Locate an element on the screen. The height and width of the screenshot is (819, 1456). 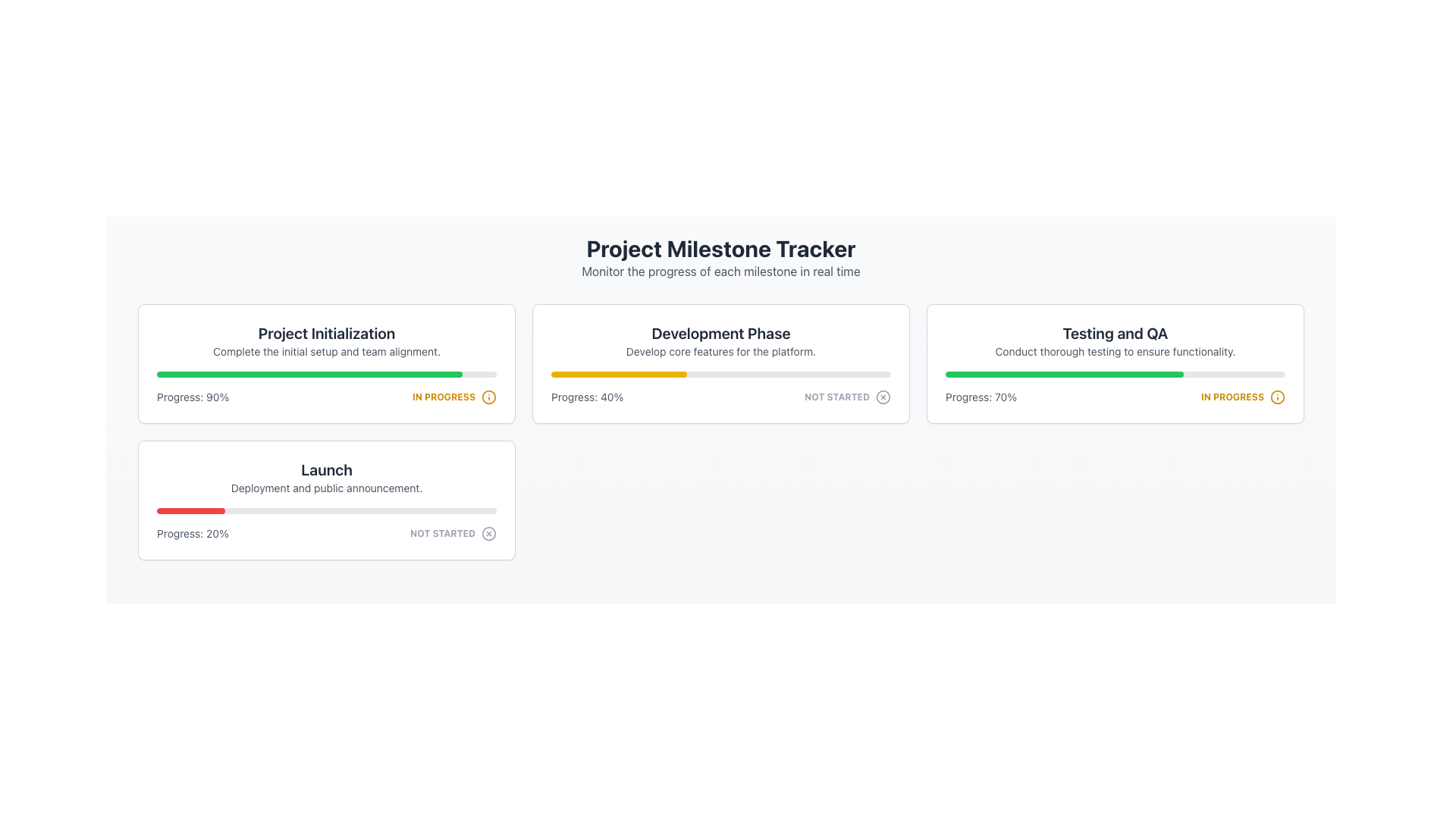
the bold, extra-large text label reading 'Project Initialization' located at the top of the module in the main interface layout is located at coordinates (326, 332).